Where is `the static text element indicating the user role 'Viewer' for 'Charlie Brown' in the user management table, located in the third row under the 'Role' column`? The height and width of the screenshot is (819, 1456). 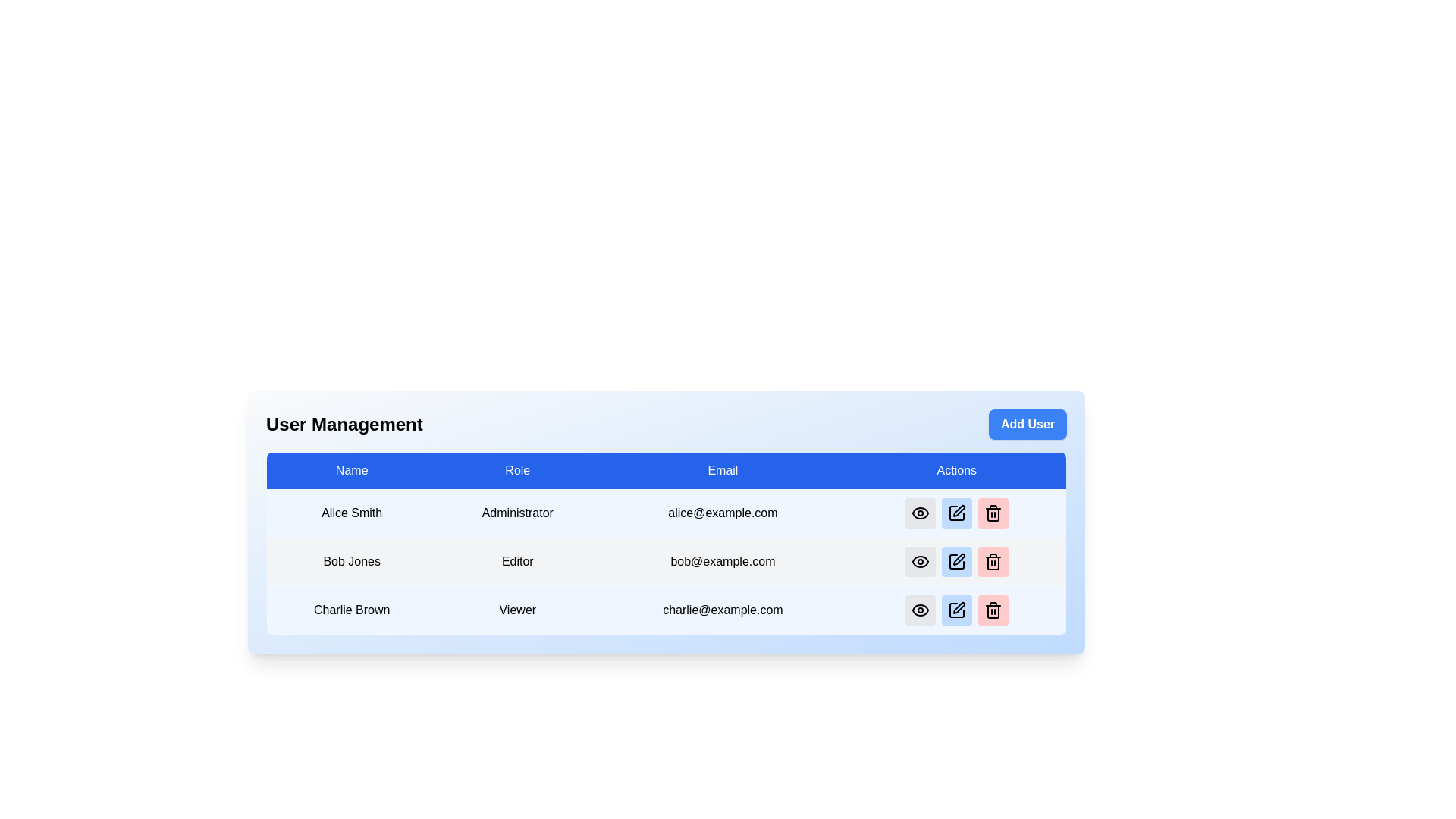
the static text element indicating the user role 'Viewer' for 'Charlie Brown' in the user management table, located in the third row under the 'Role' column is located at coordinates (517, 610).